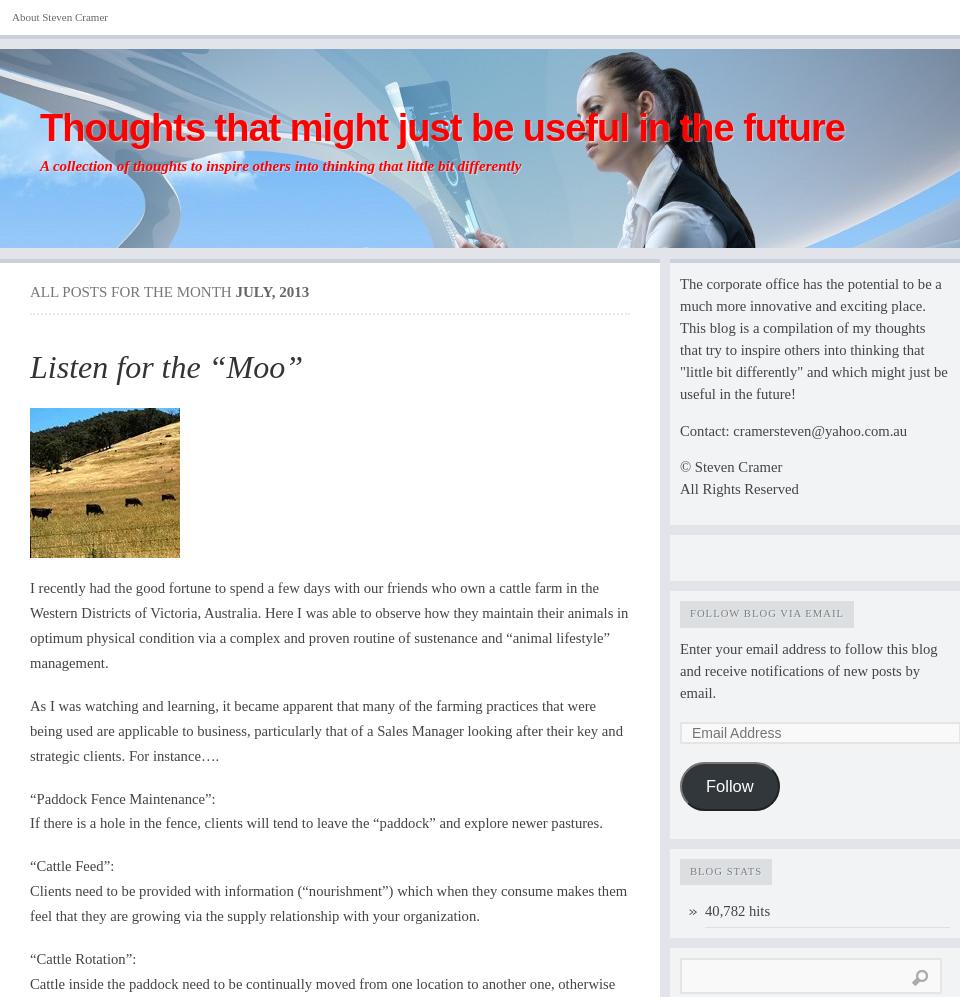 This screenshot has height=997, width=960. Describe the element at coordinates (83, 958) in the screenshot. I see `'“Cattle Rotation”:'` at that location.